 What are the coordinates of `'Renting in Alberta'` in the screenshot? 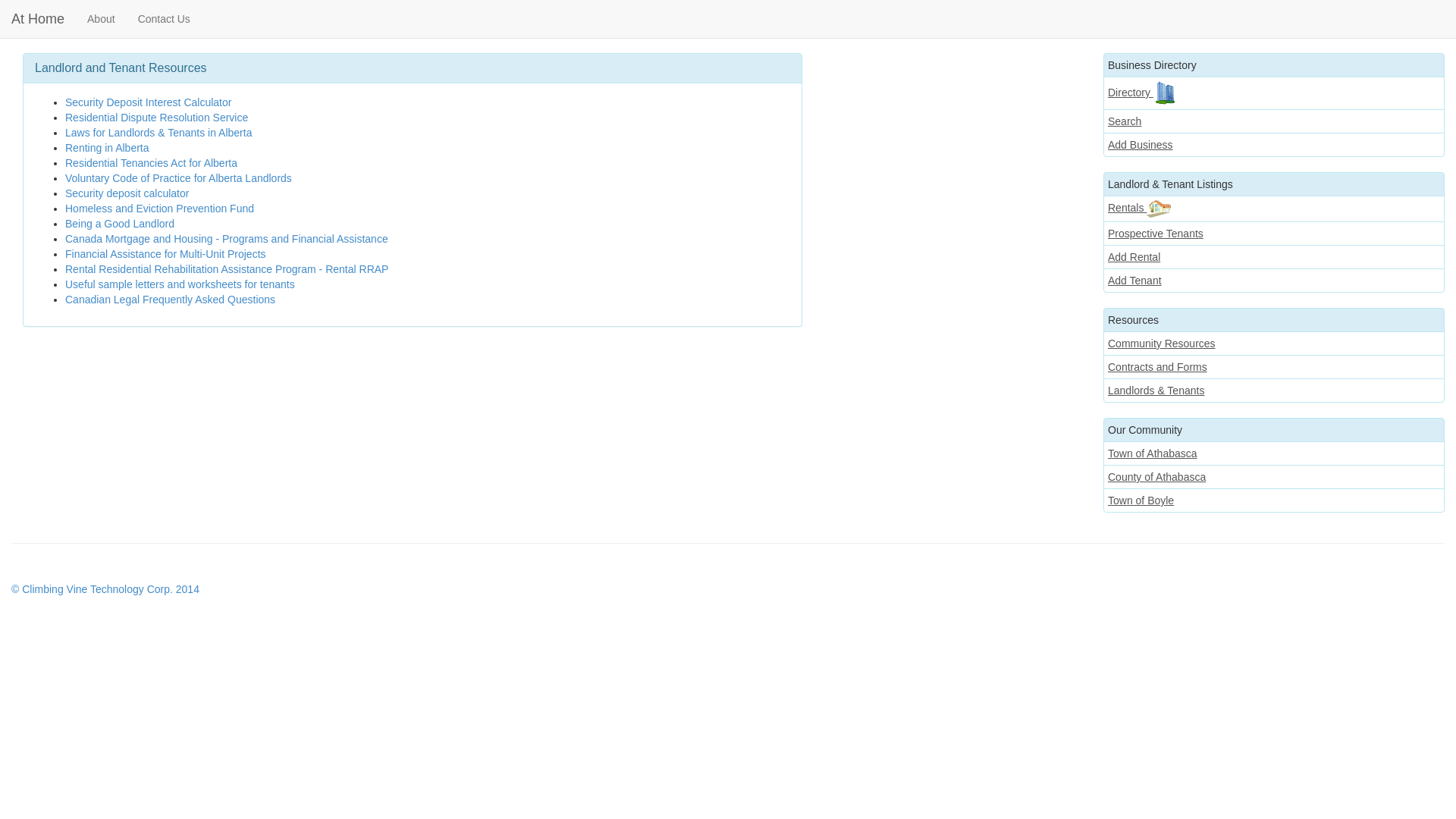 It's located at (106, 148).